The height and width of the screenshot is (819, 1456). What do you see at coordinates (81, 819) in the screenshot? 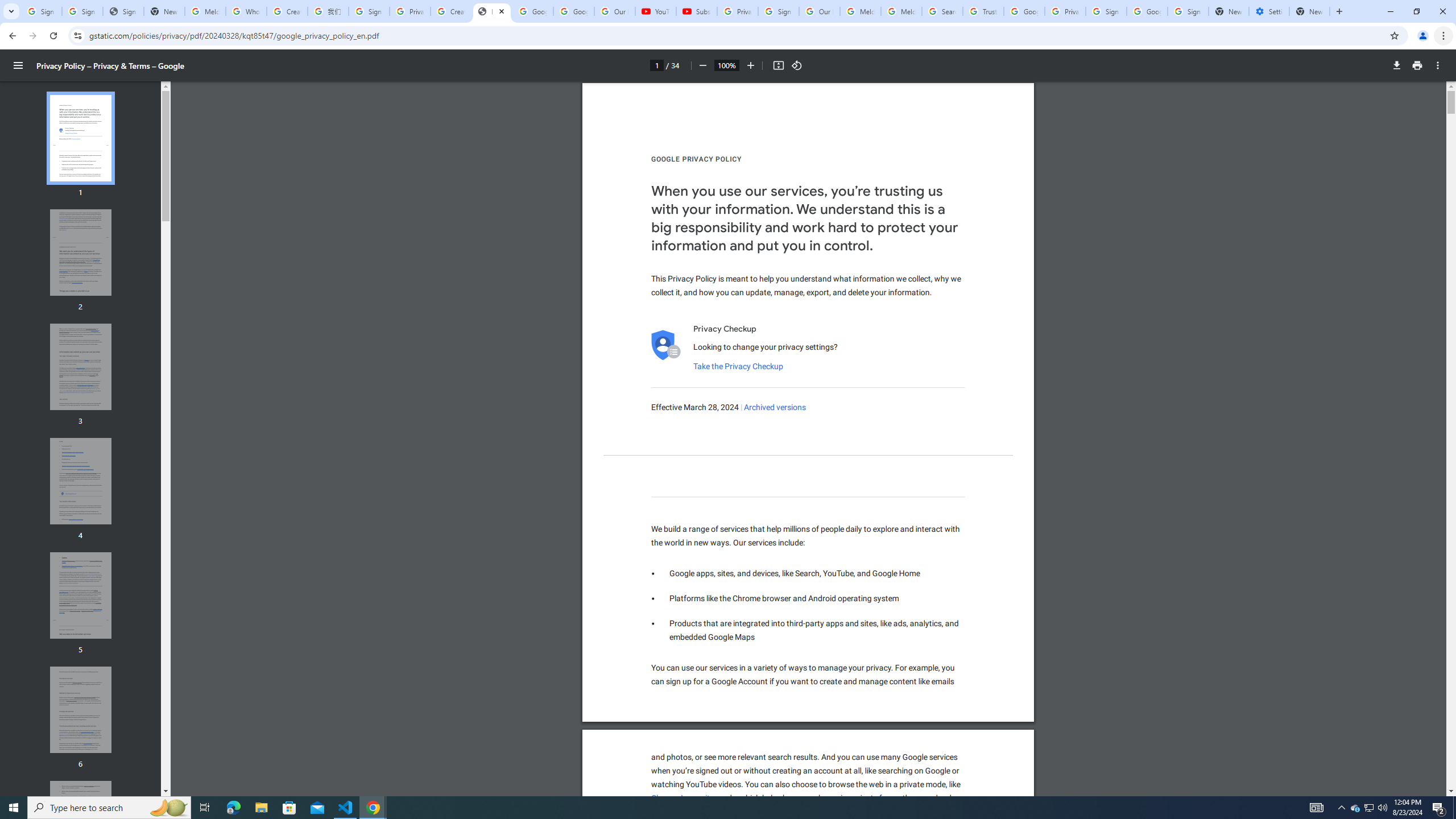
I see `'Thumbnail for page 7'` at bounding box center [81, 819].